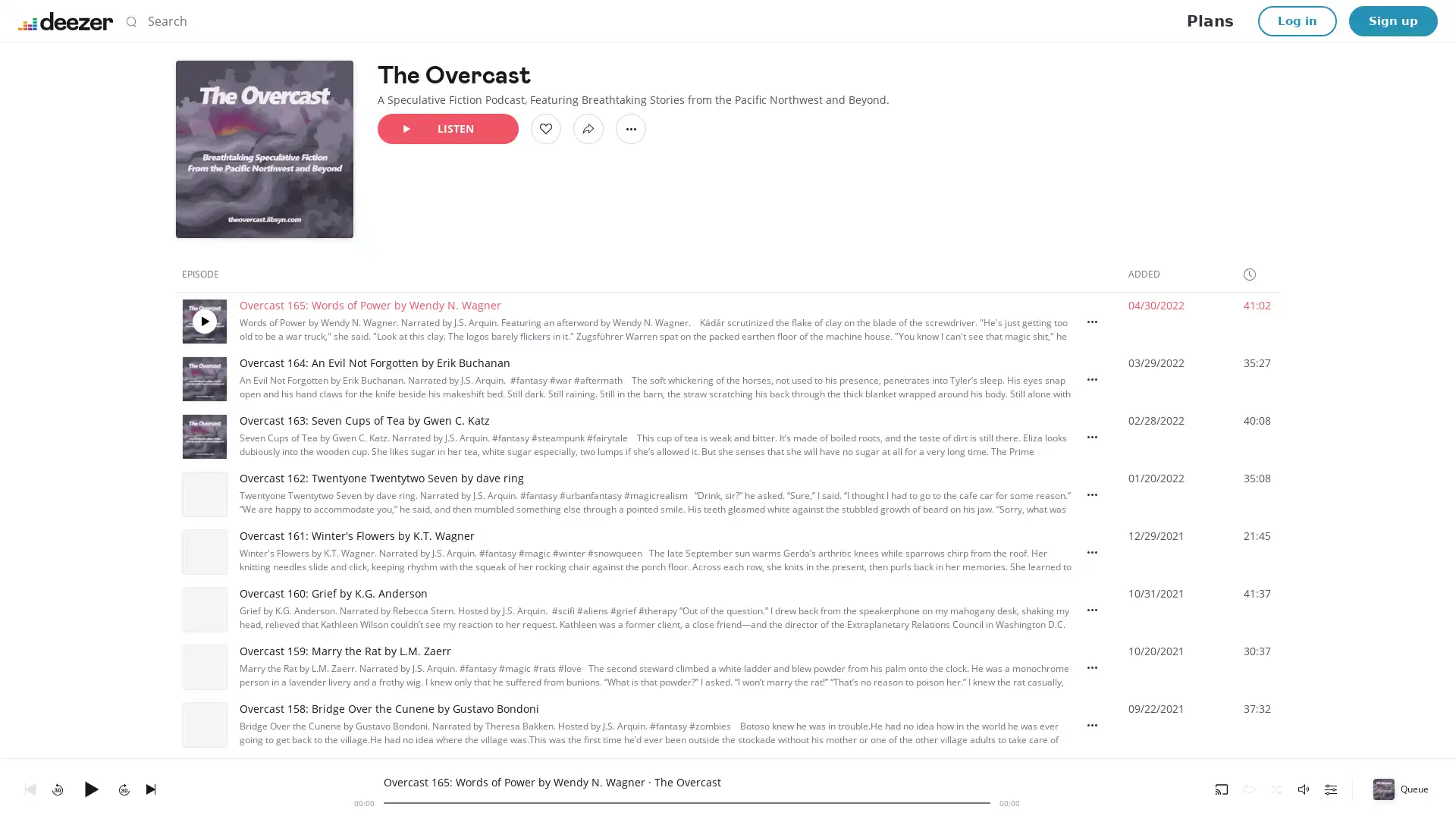 Image resolution: width=1456 pixels, height=819 pixels. I want to click on Play Overcast 164: An Evil Not Forgotten by Erik Buchanan by The Overcast, so click(203, 378).